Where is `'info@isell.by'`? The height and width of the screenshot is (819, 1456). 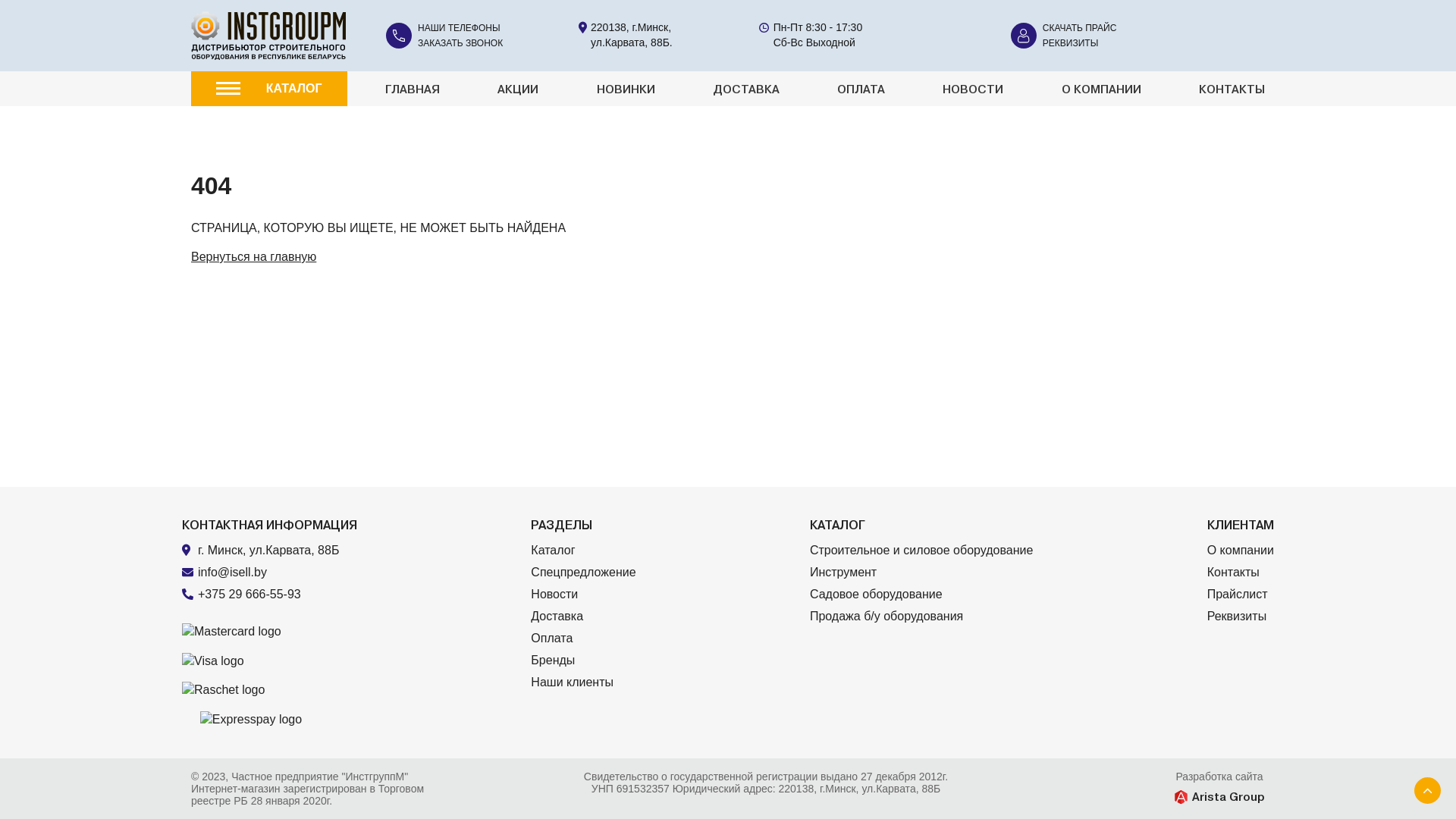
'info@isell.by' is located at coordinates (231, 572).